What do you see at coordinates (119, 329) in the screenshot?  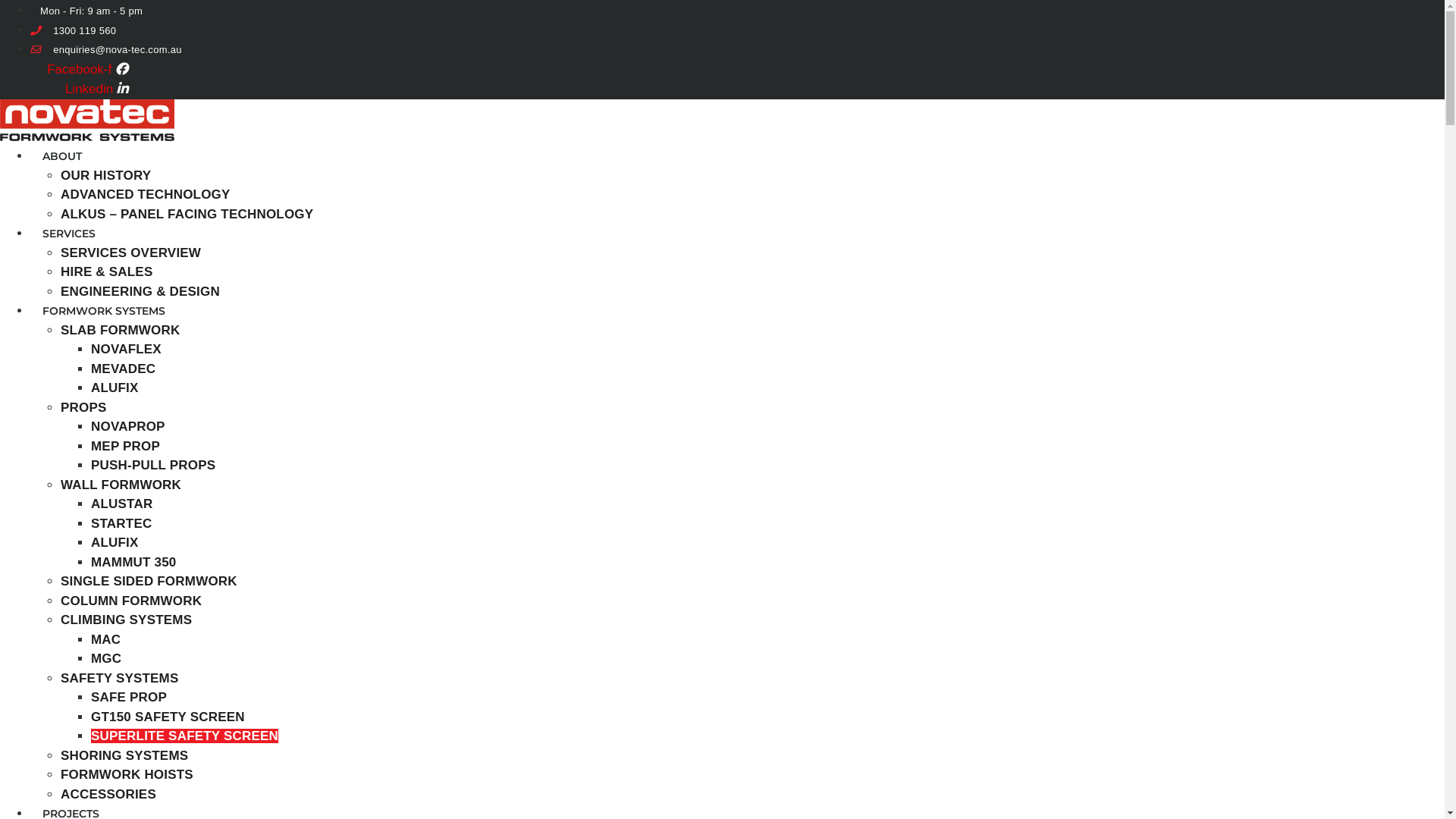 I see `'SLAB FORMWORK'` at bounding box center [119, 329].